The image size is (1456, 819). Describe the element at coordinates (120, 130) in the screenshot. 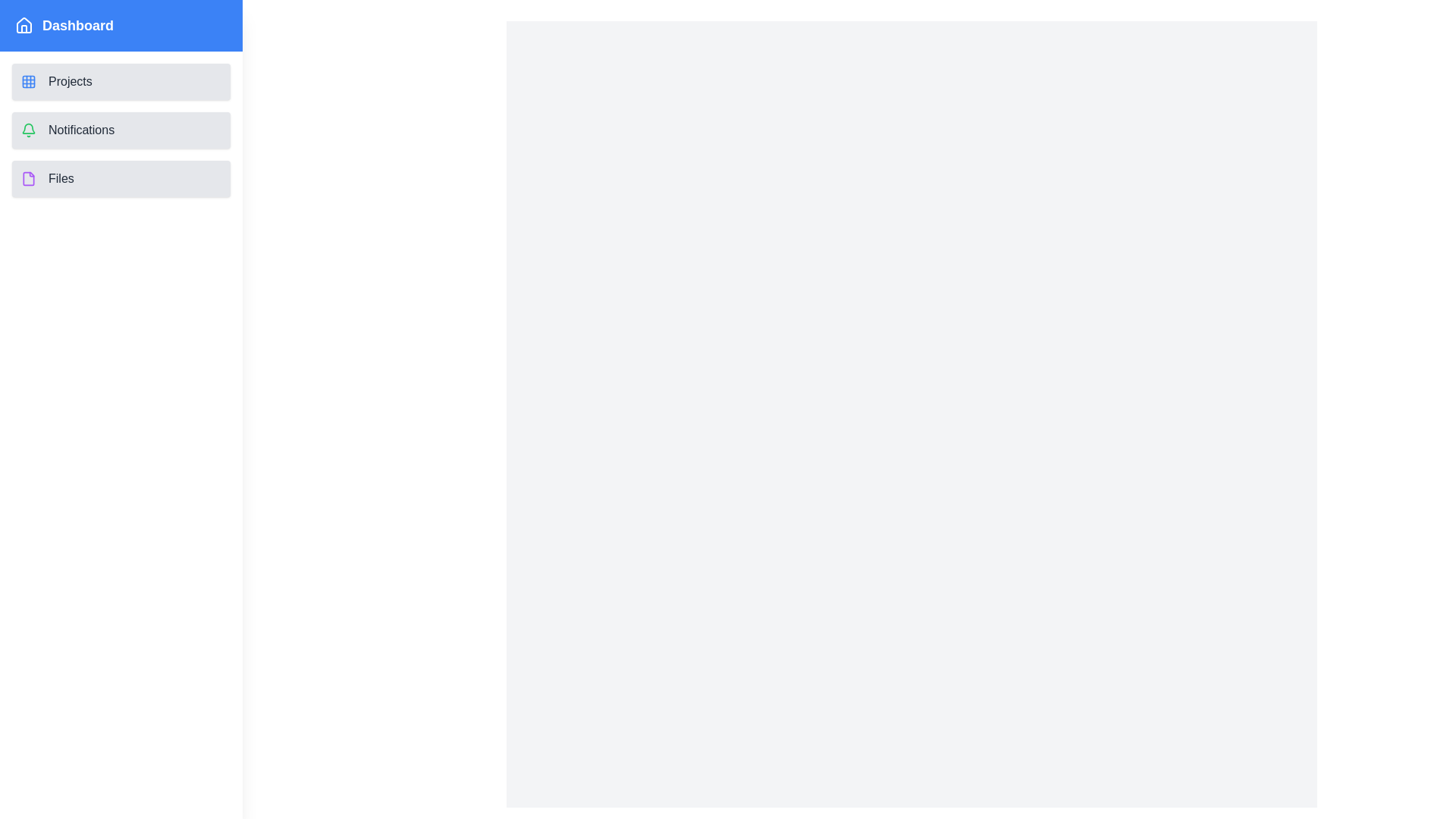

I see `the menu item Notifications to observe its hover effect` at that location.